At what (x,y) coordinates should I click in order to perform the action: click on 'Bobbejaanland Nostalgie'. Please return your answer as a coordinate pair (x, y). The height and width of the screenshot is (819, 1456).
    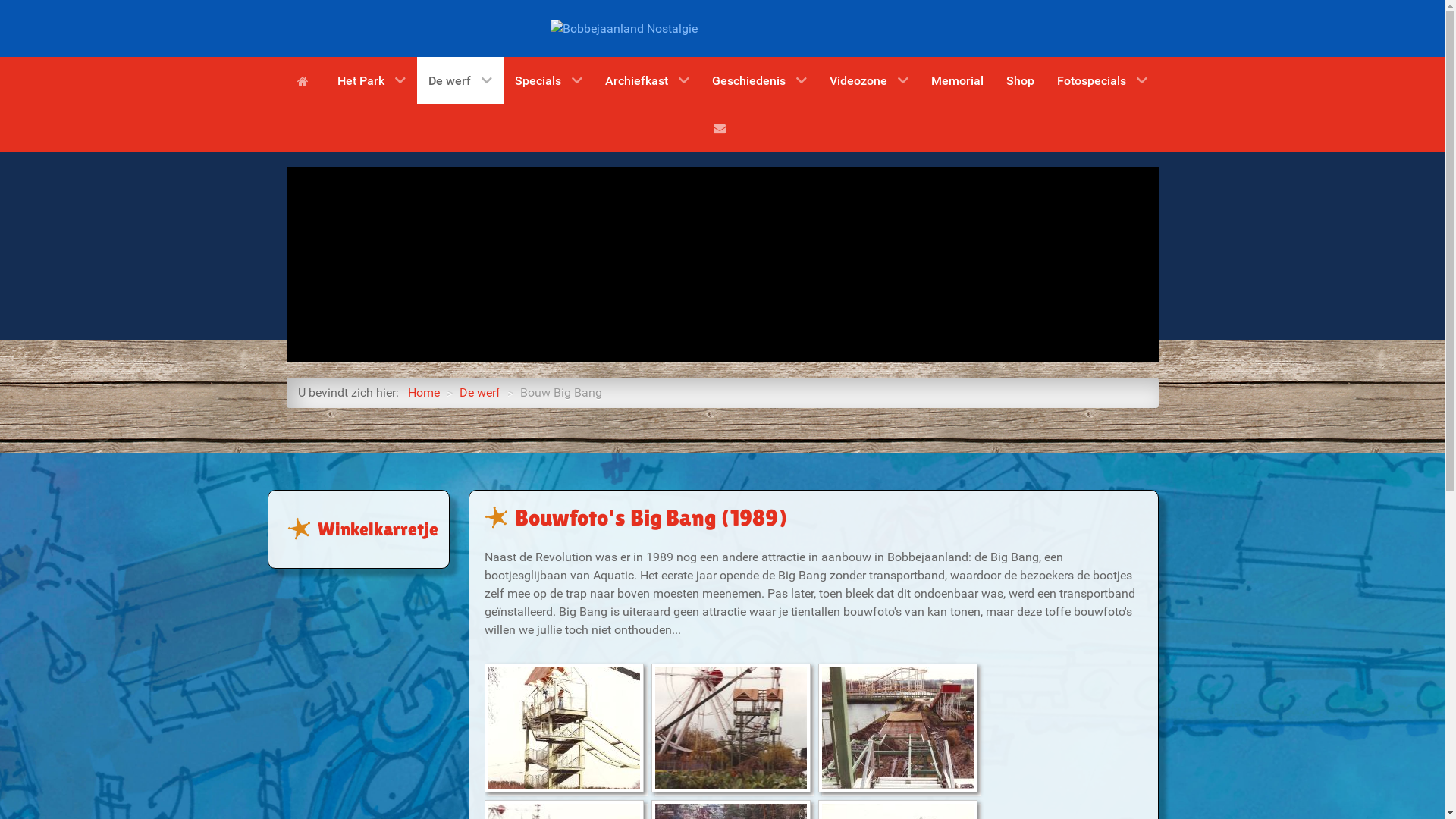
    Looking at the image, I should click on (623, 27).